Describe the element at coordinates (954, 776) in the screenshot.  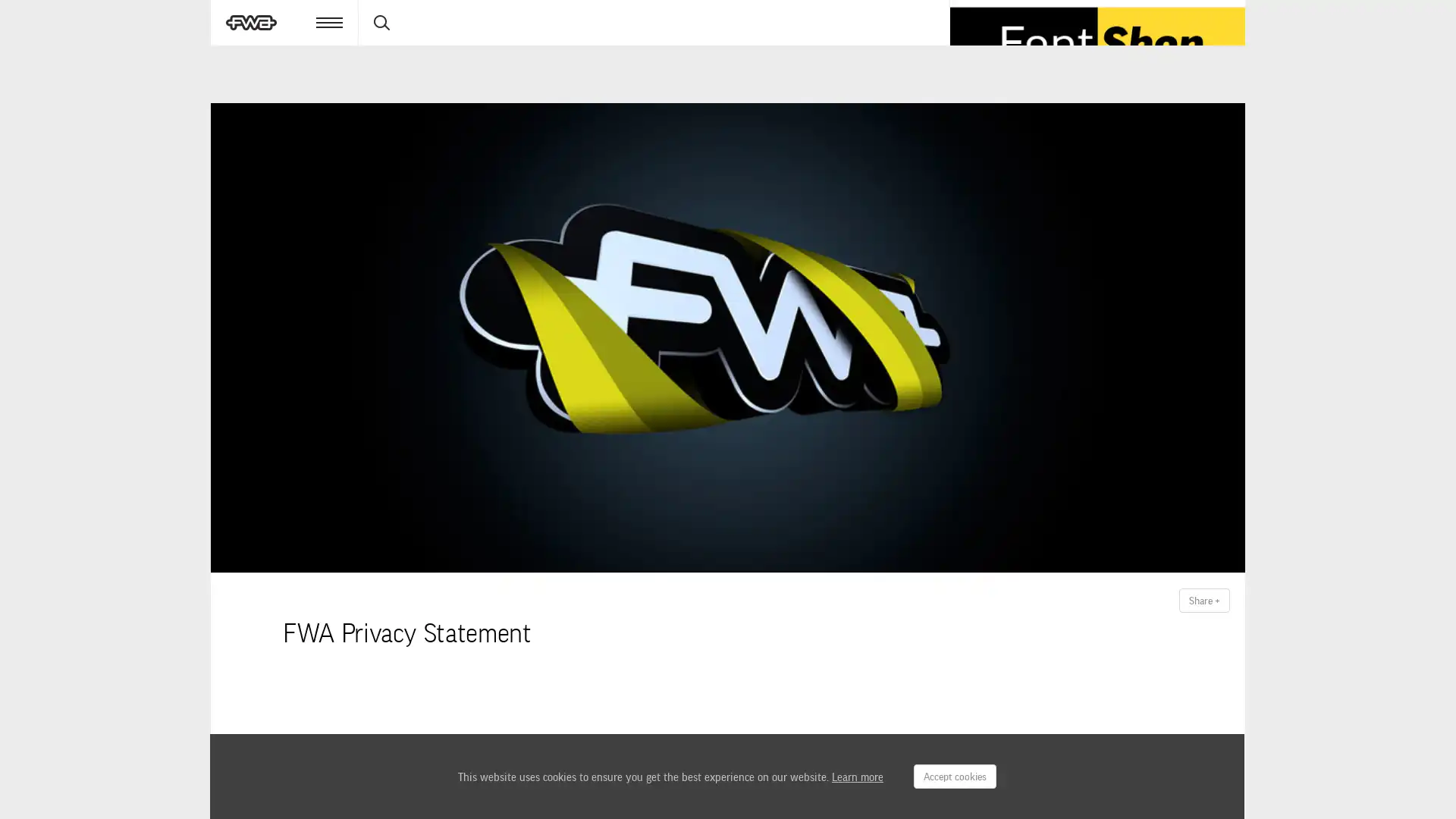
I see `Accept cookies` at that location.